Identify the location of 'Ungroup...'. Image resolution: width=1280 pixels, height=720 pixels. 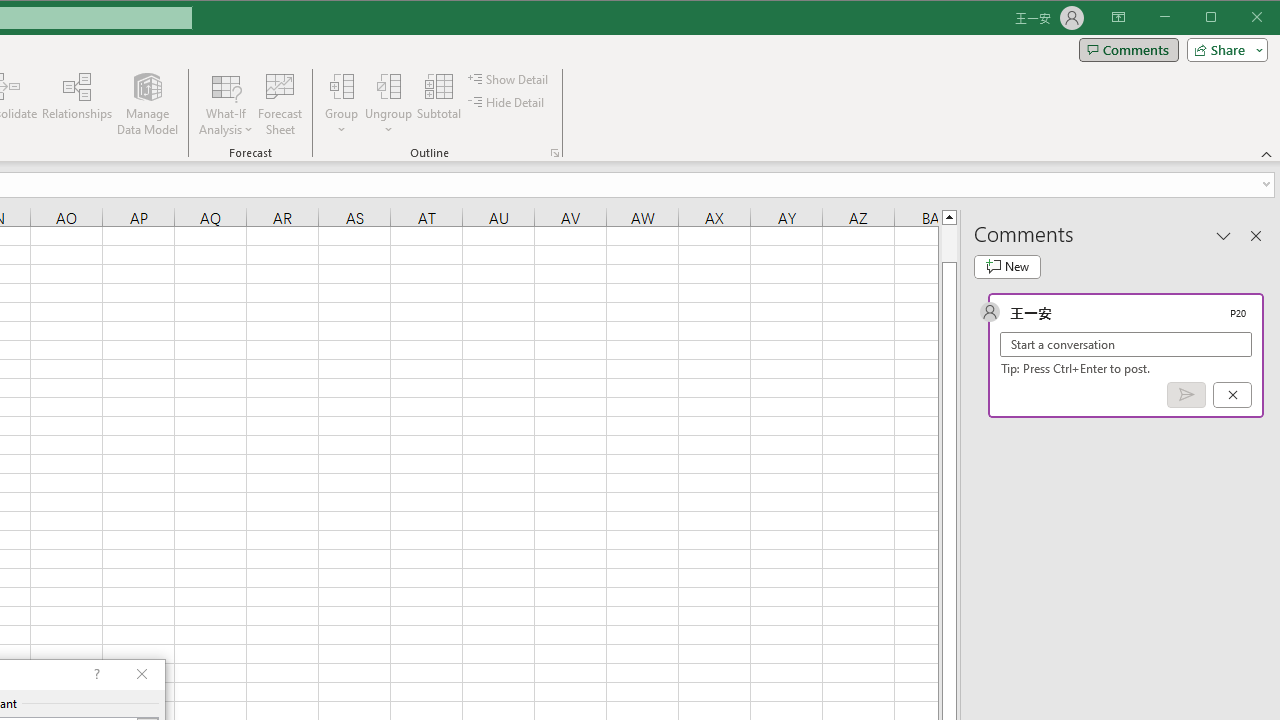
(389, 104).